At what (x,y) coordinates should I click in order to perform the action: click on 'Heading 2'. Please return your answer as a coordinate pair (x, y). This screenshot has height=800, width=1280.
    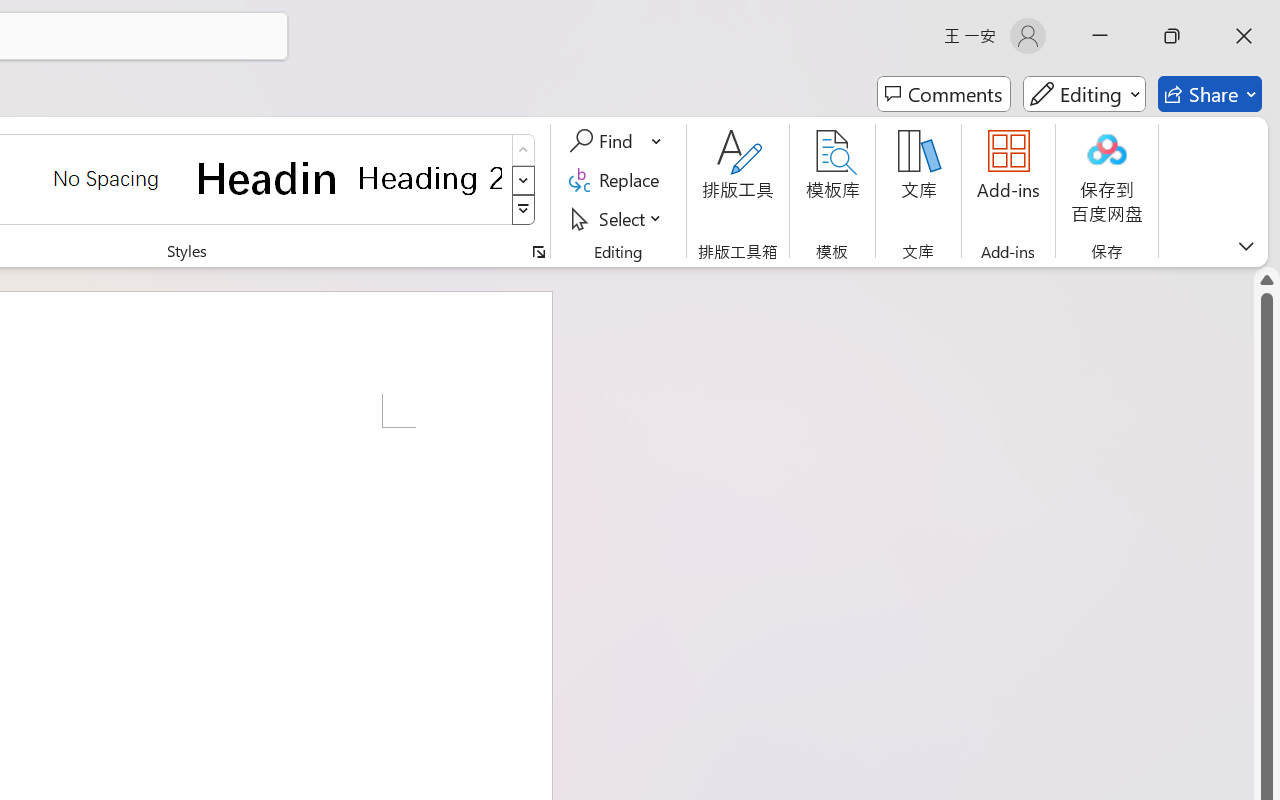
    Looking at the image, I should click on (429, 177).